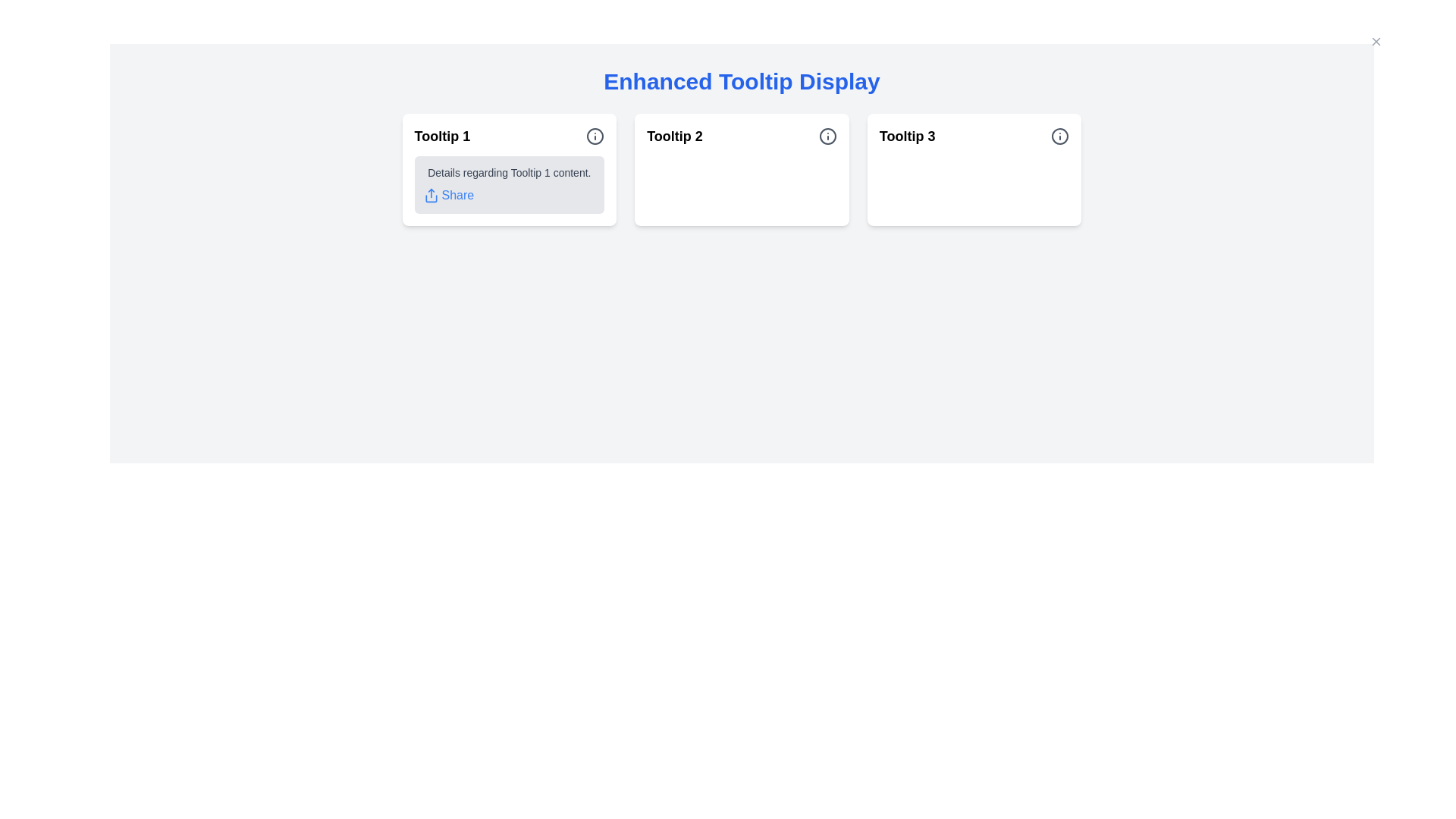  What do you see at coordinates (430, 195) in the screenshot?
I see `the 'Share' icon, which is a small blue outlined arrow pointing upward from a box, located in the first tooltip box under 'Tooltip 1', to initiate sharing` at bounding box center [430, 195].